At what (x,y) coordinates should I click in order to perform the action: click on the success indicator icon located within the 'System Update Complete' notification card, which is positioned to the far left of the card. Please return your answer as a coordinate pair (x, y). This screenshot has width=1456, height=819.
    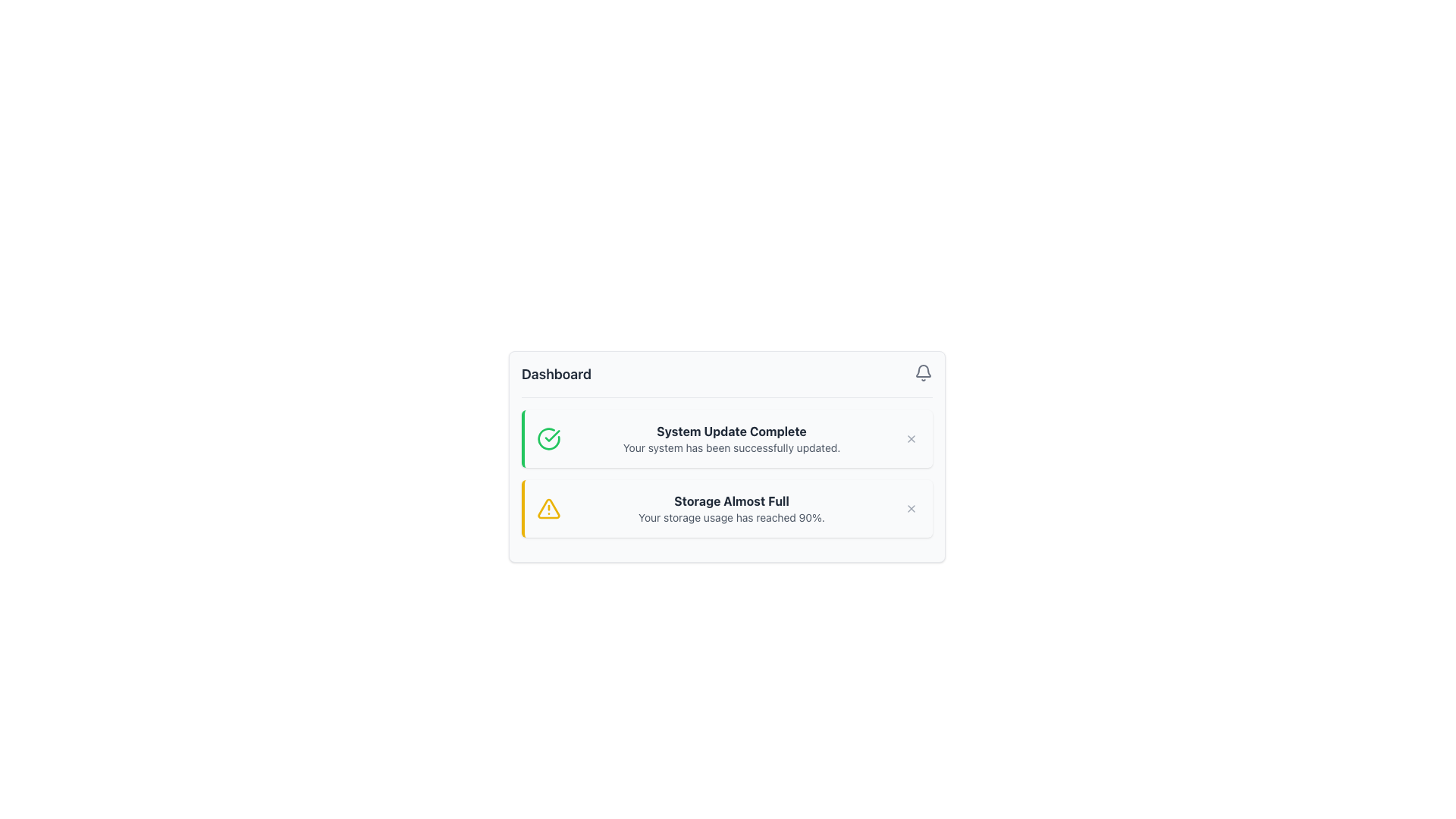
    Looking at the image, I should click on (548, 438).